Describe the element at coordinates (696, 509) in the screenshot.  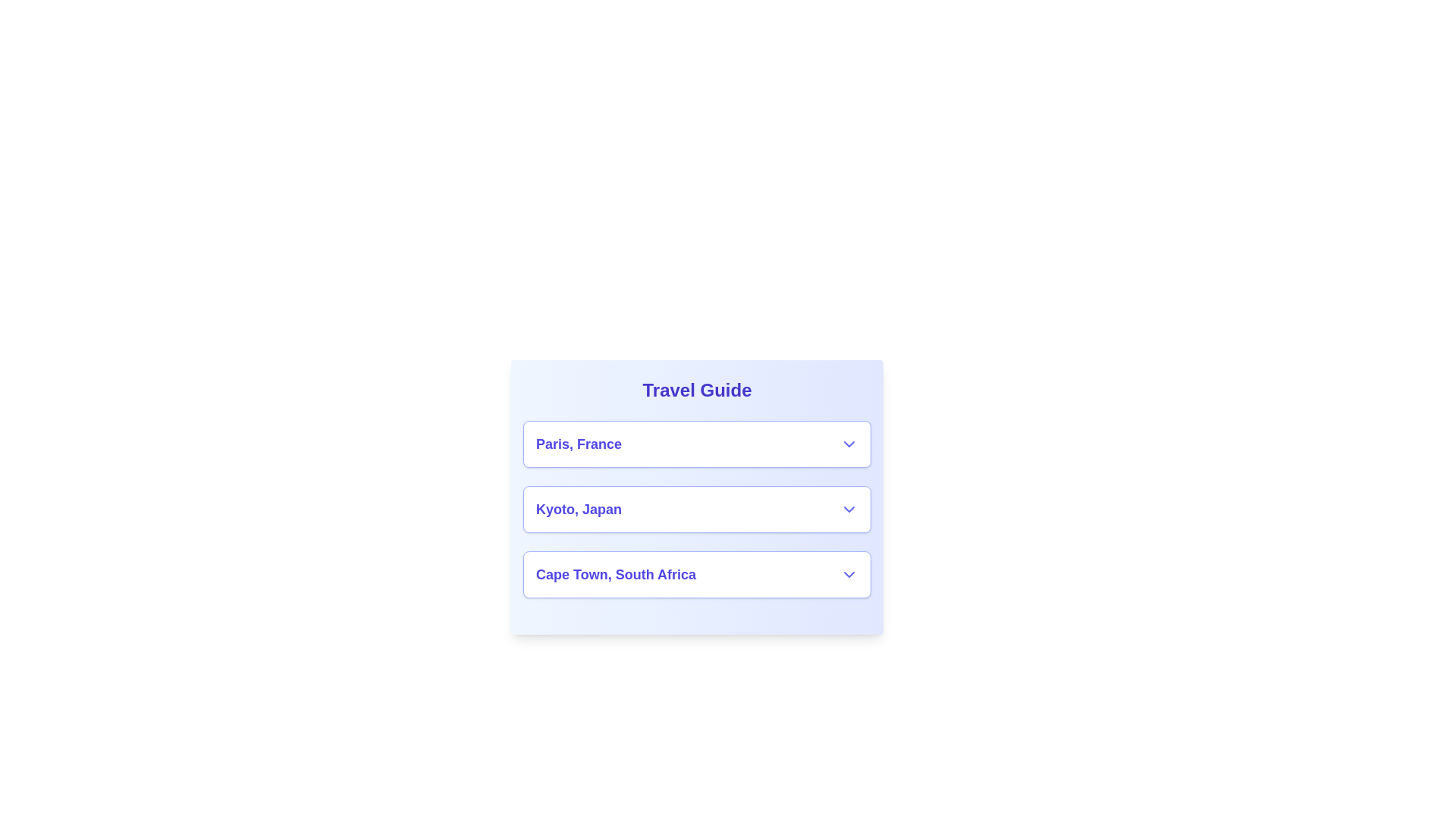
I see `the second item in the dropdown menu that represents 'Kyoto, Japan'` at that location.